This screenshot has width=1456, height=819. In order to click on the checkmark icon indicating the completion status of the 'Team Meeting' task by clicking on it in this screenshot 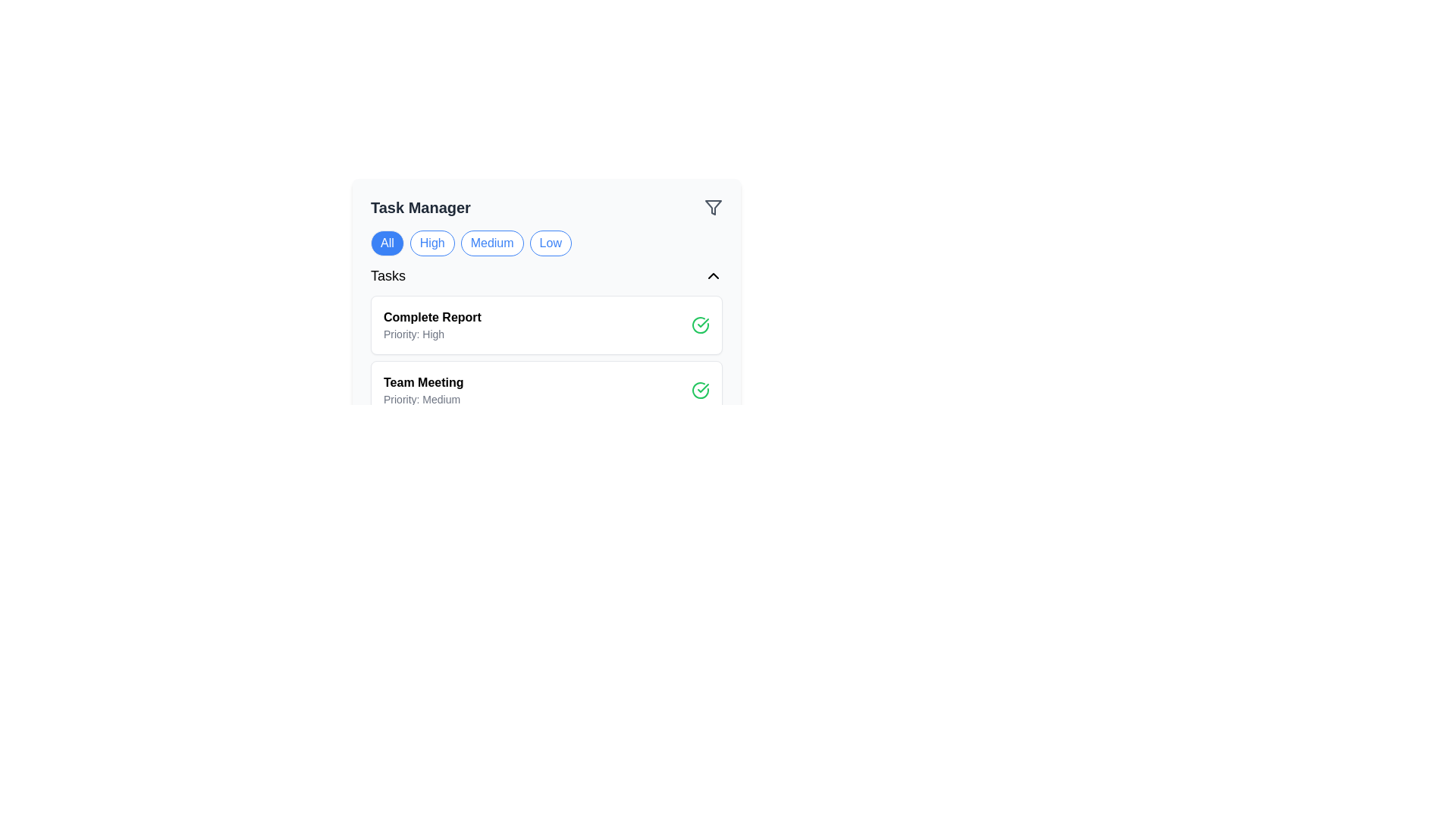, I will do `click(702, 322)`.